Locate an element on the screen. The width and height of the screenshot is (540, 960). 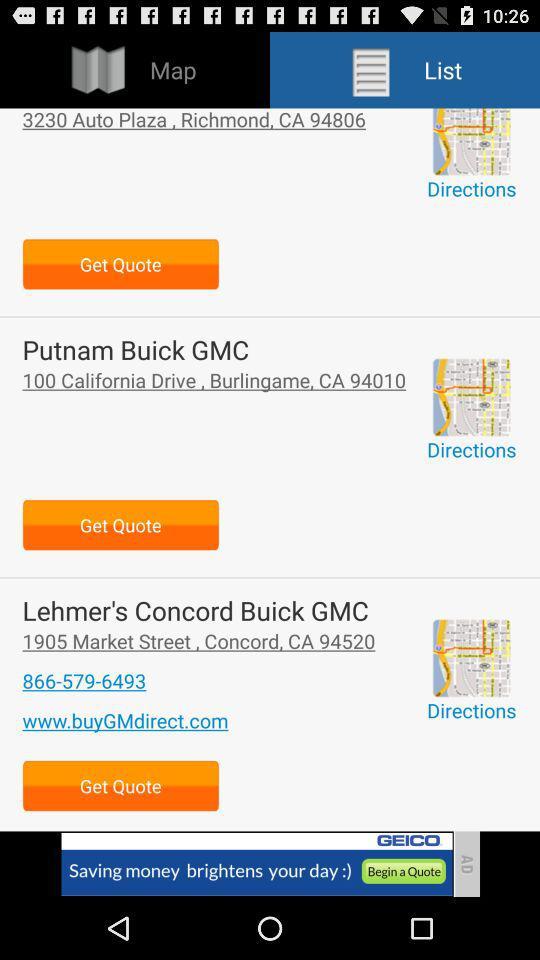
advertisement page is located at coordinates (256, 863).